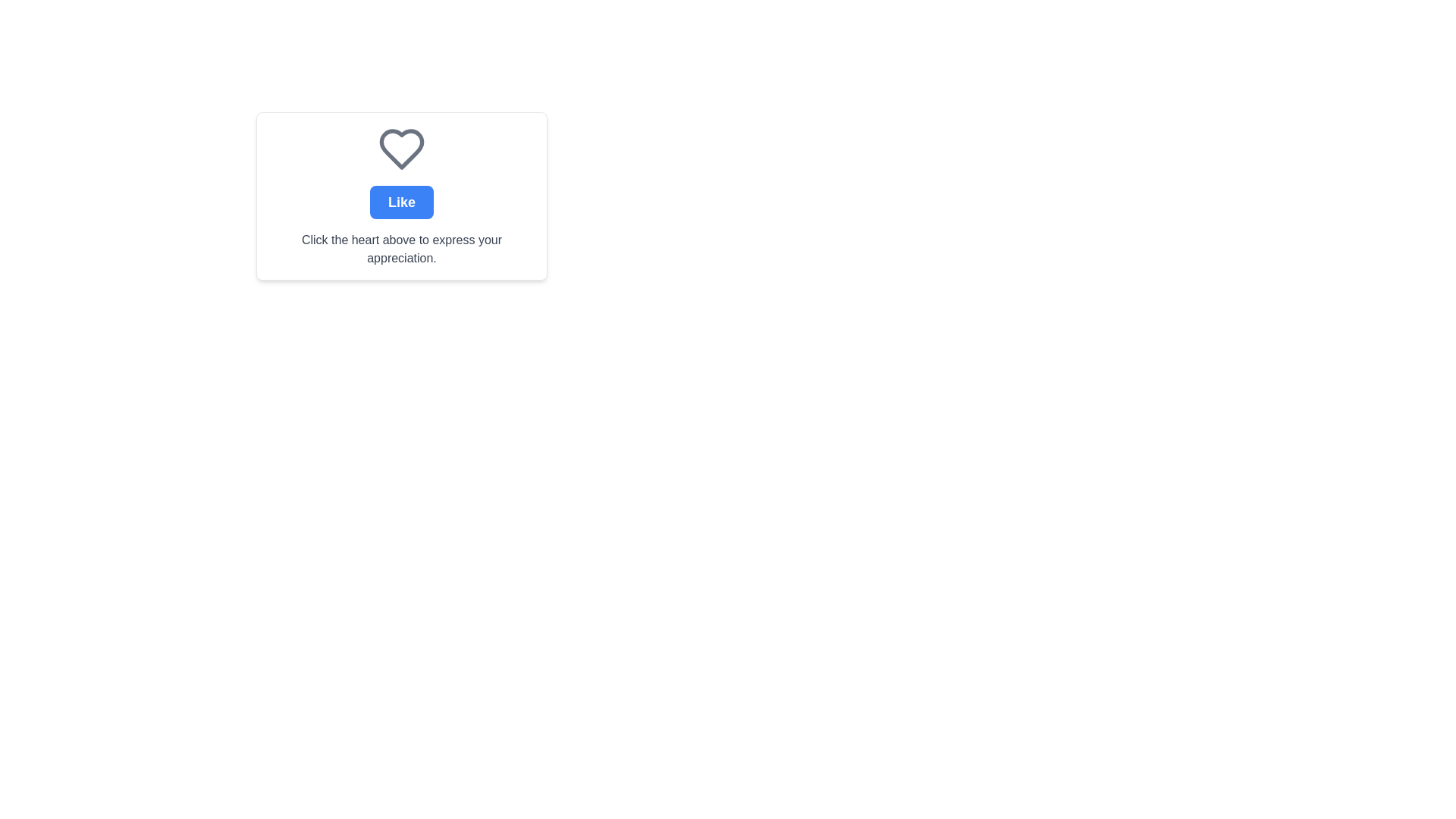 The image size is (1456, 819). What do you see at coordinates (401, 248) in the screenshot?
I see `the Text block that provides guidance for expressing appreciation, located below the 'Like' button and above the heart icon` at bounding box center [401, 248].